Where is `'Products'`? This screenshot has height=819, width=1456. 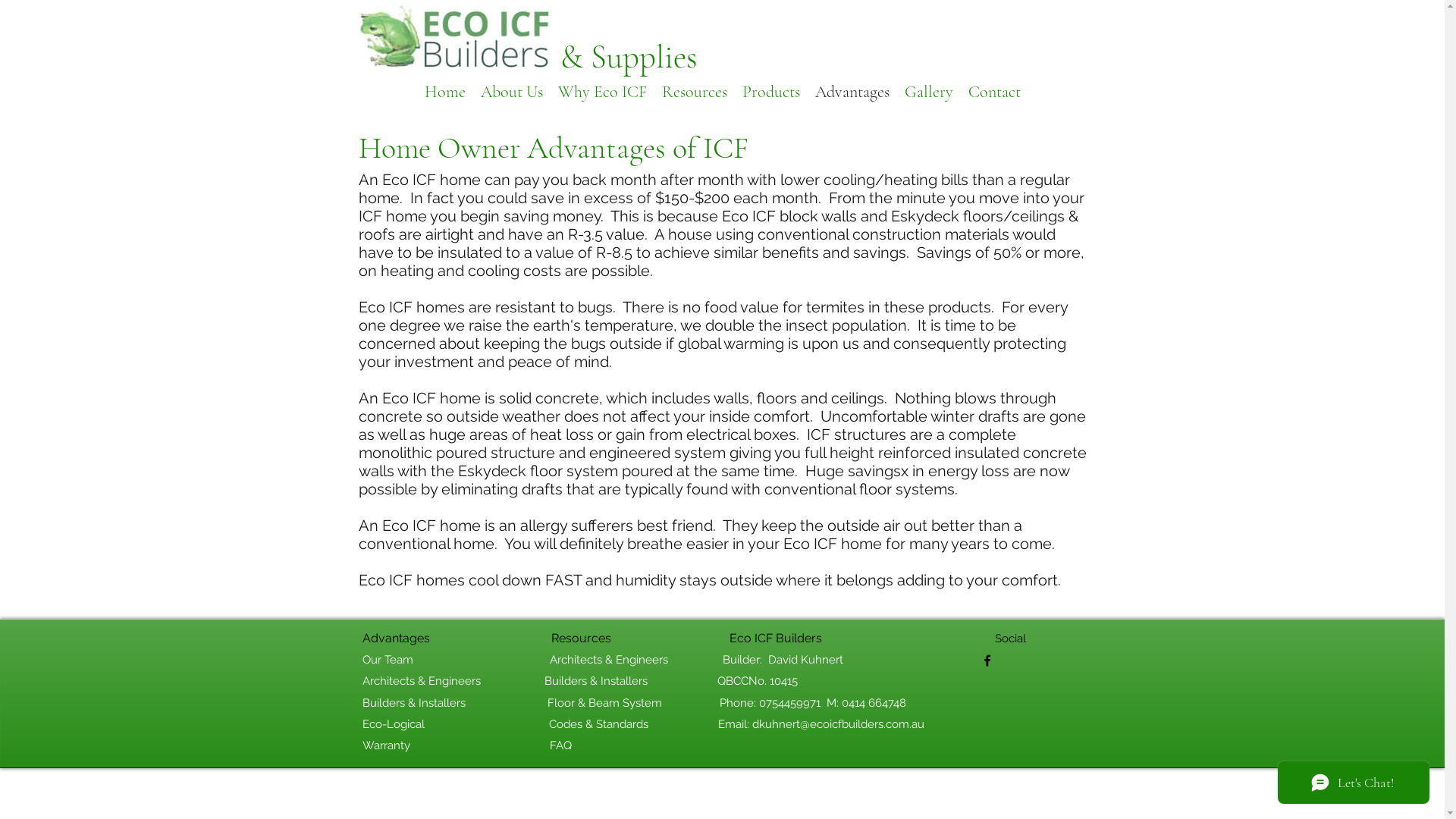
'Products' is located at coordinates (734, 89).